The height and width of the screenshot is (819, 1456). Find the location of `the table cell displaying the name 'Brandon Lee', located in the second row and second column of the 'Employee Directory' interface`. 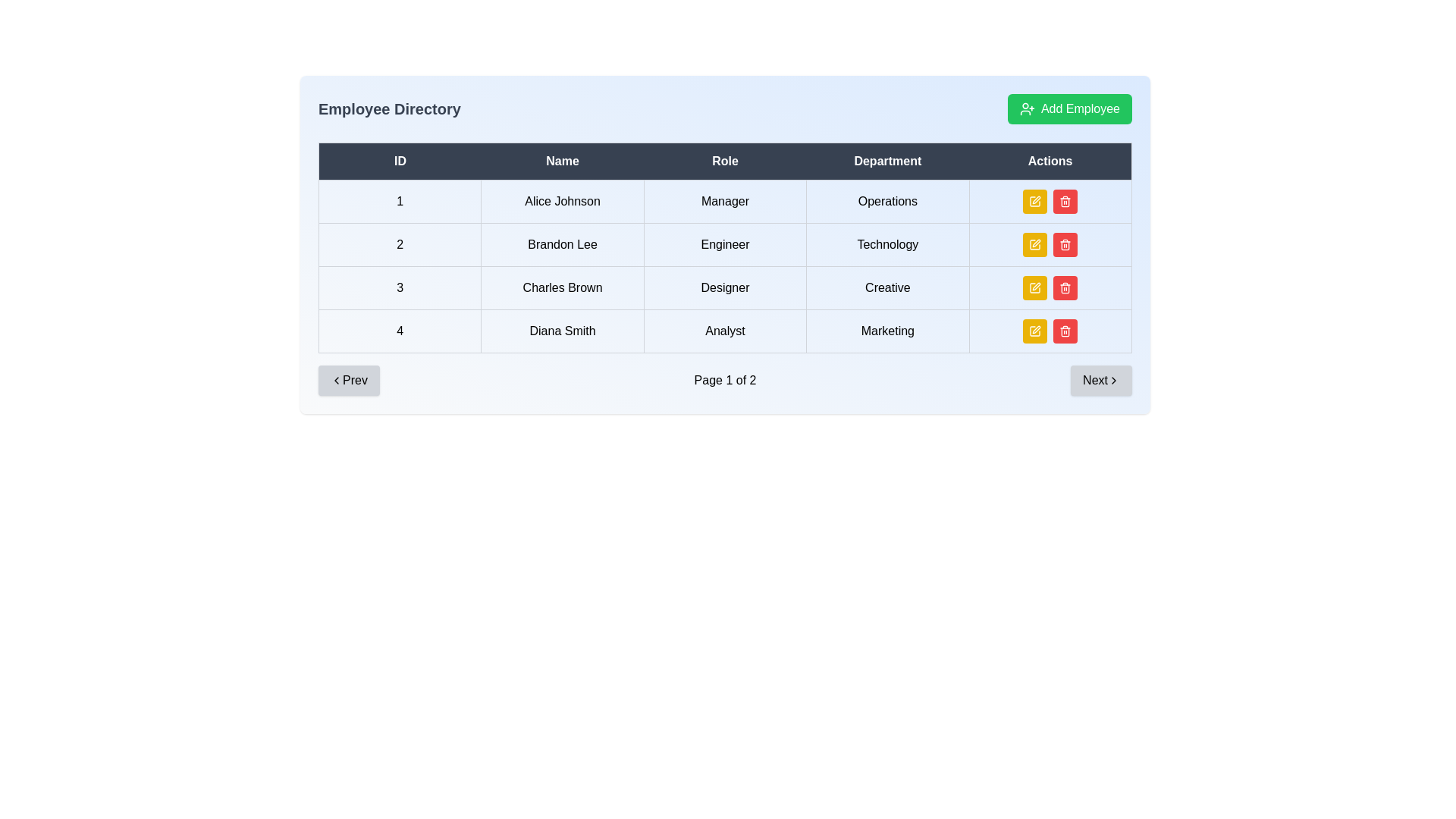

the table cell displaying the name 'Brandon Lee', located in the second row and second column of the 'Employee Directory' interface is located at coordinates (562, 244).